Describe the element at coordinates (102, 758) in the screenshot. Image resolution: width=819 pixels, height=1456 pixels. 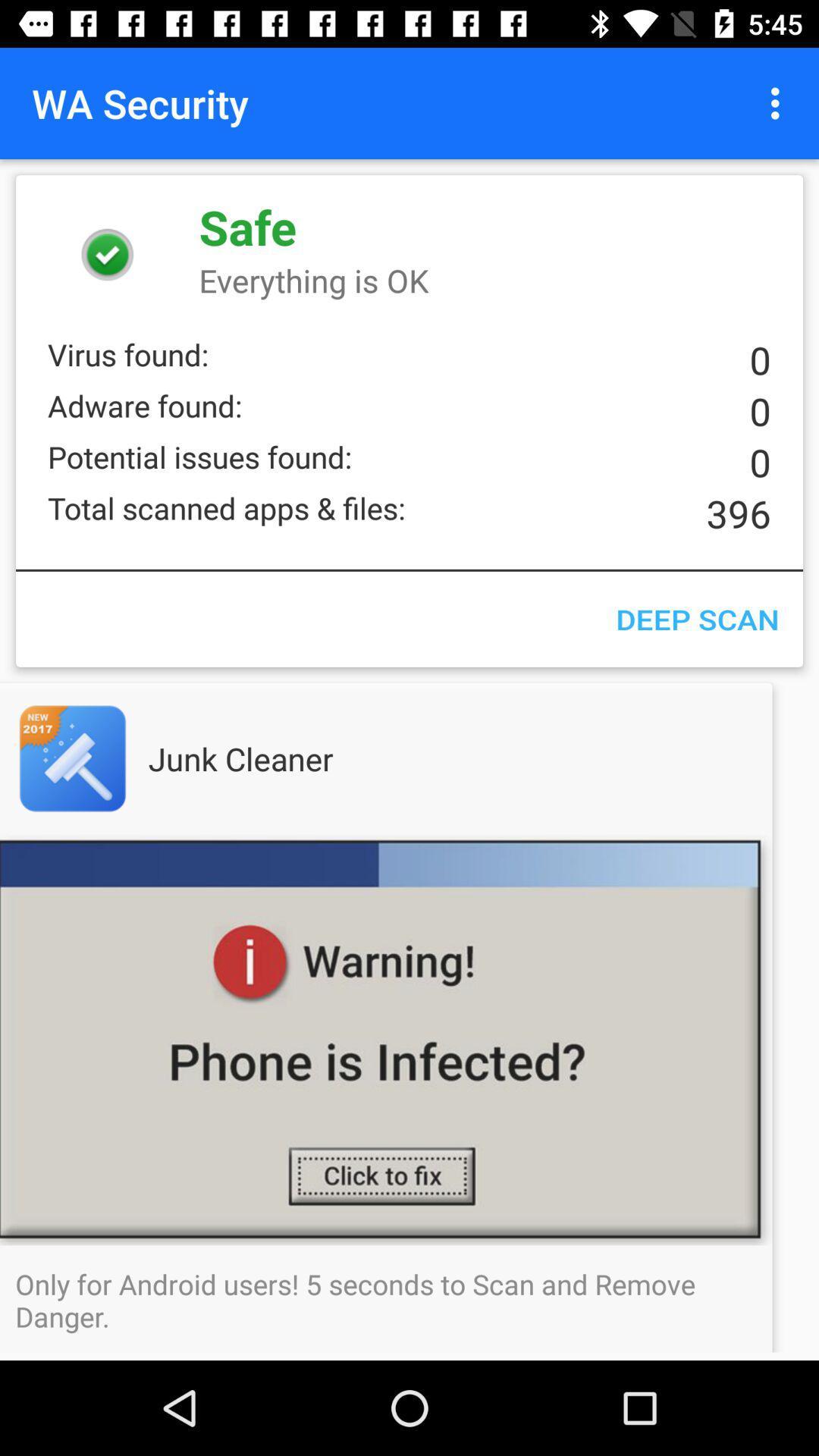
I see `open advertisement` at that location.